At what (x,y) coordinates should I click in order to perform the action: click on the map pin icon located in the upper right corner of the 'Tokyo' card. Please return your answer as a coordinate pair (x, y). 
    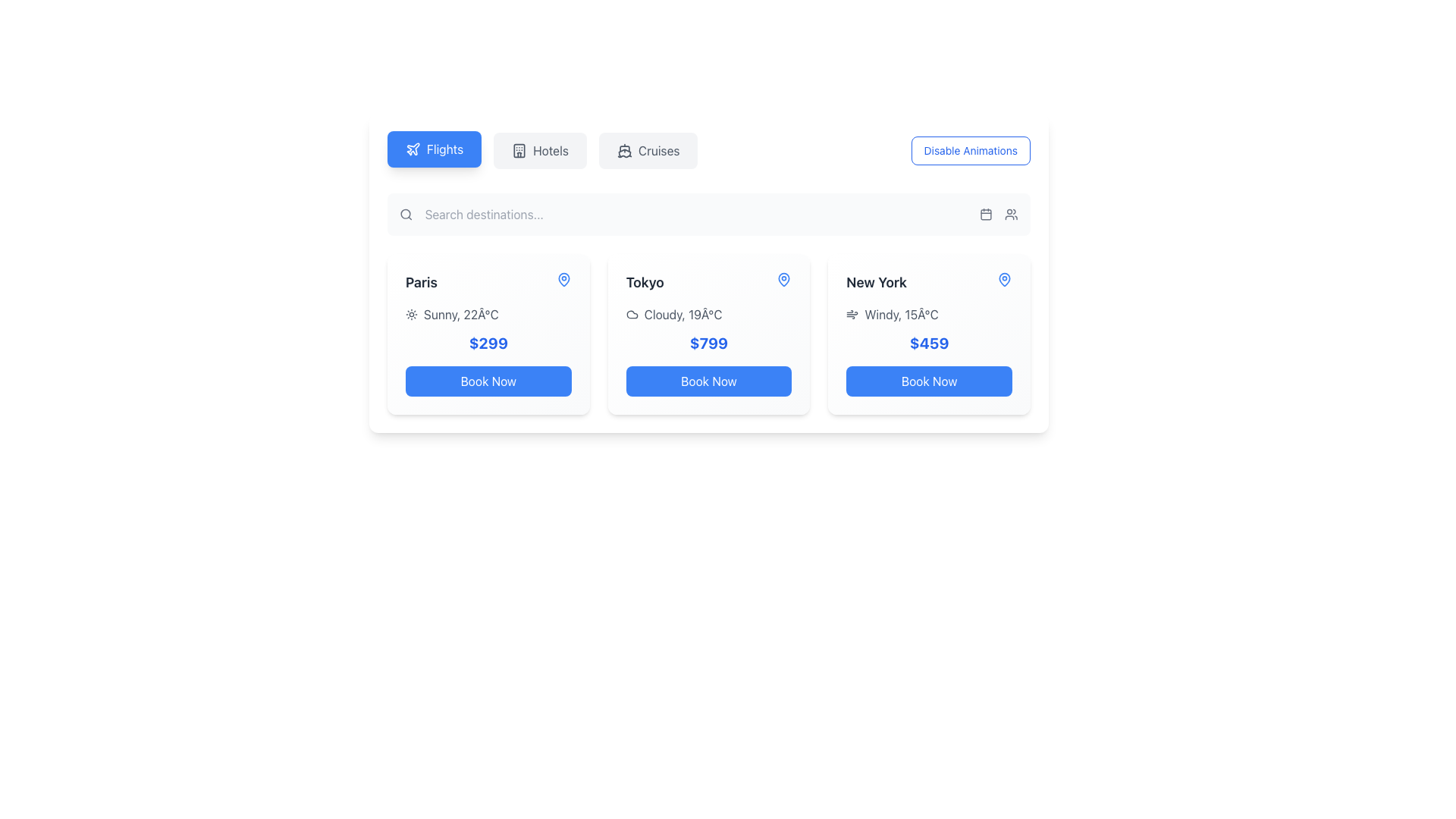
    Looking at the image, I should click on (784, 280).